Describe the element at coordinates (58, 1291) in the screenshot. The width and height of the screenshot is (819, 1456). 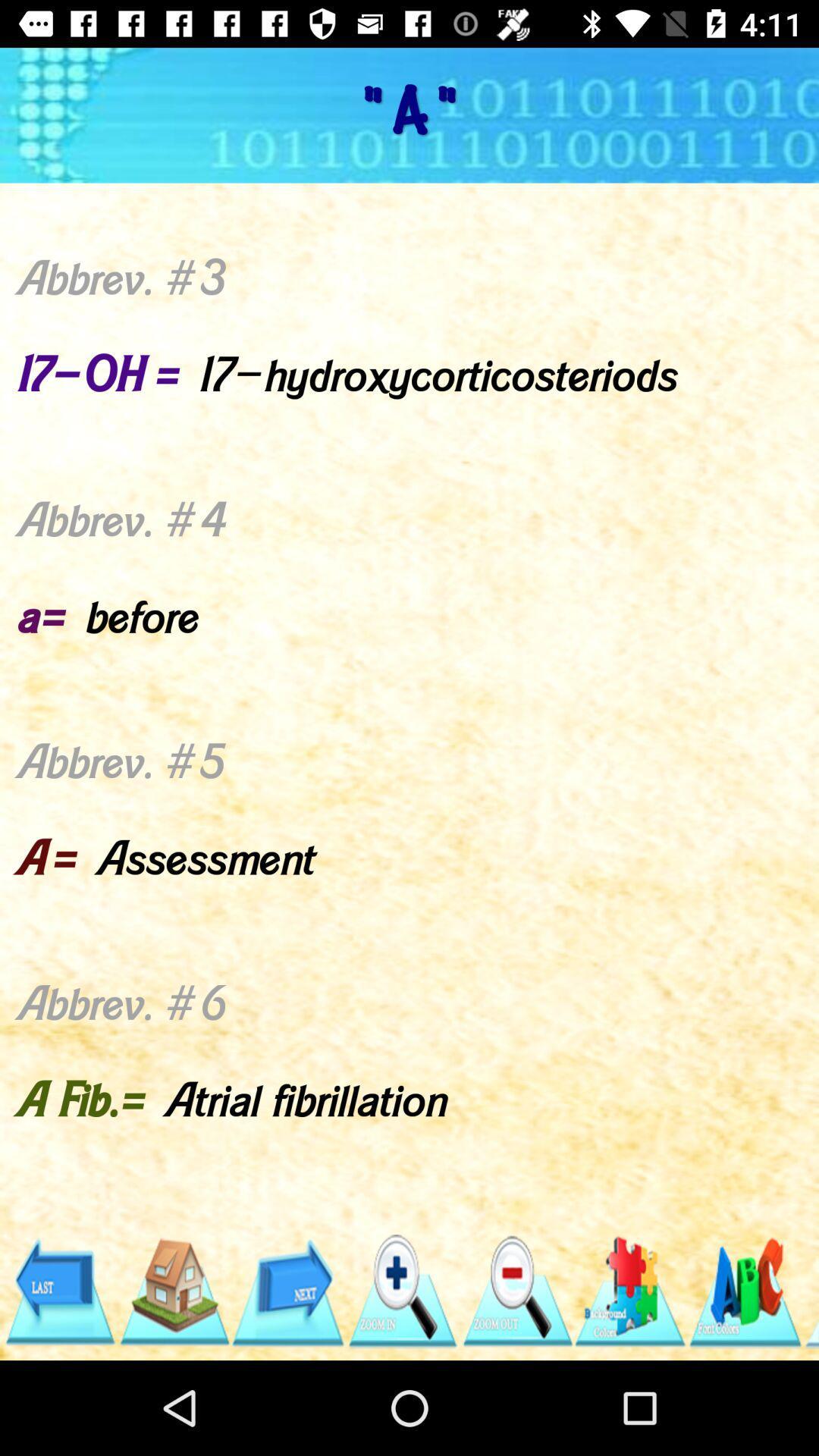
I see `the arrow_backward icon` at that location.